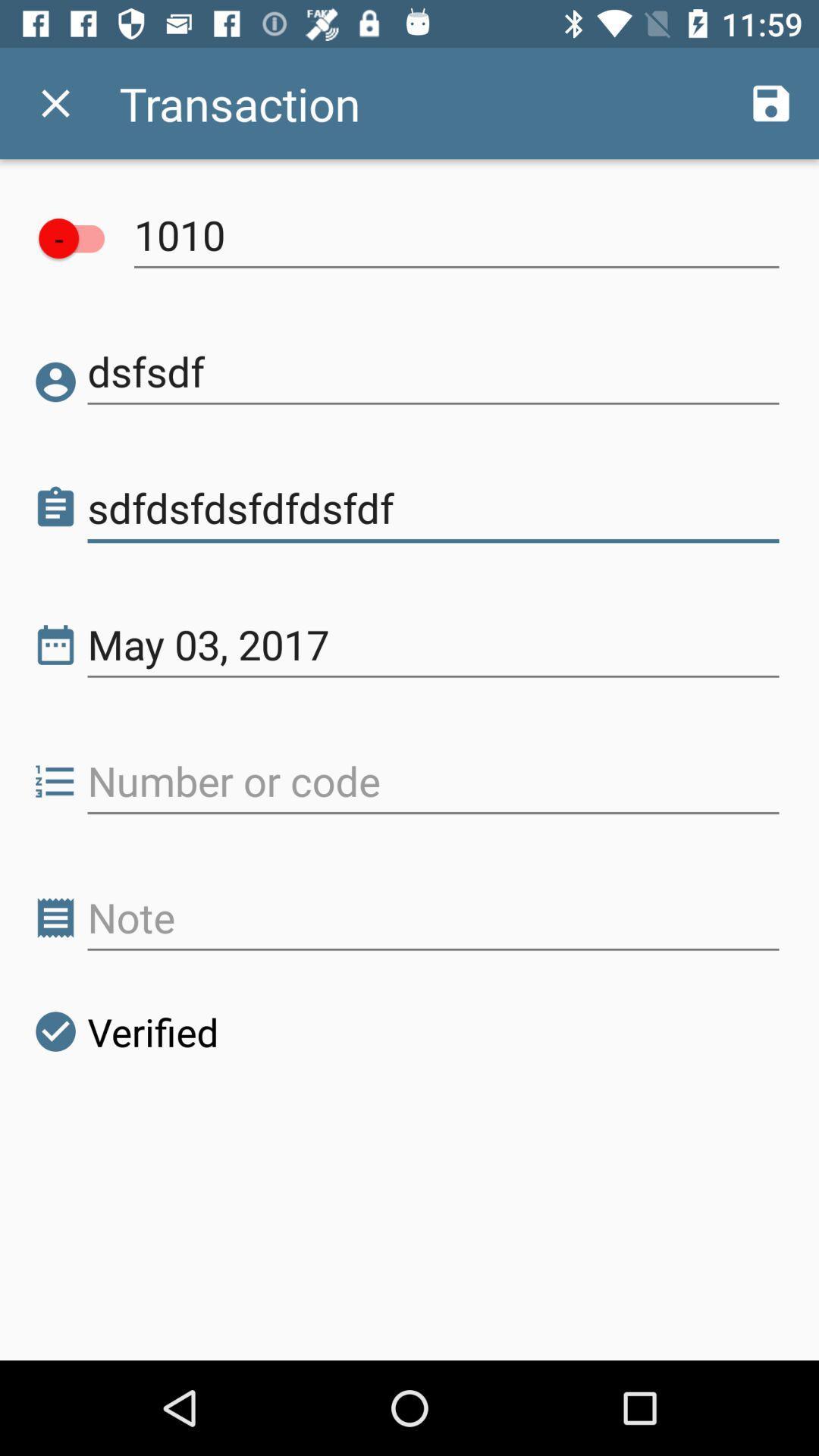 The width and height of the screenshot is (819, 1456). I want to click on the folder icon, so click(55, 508).